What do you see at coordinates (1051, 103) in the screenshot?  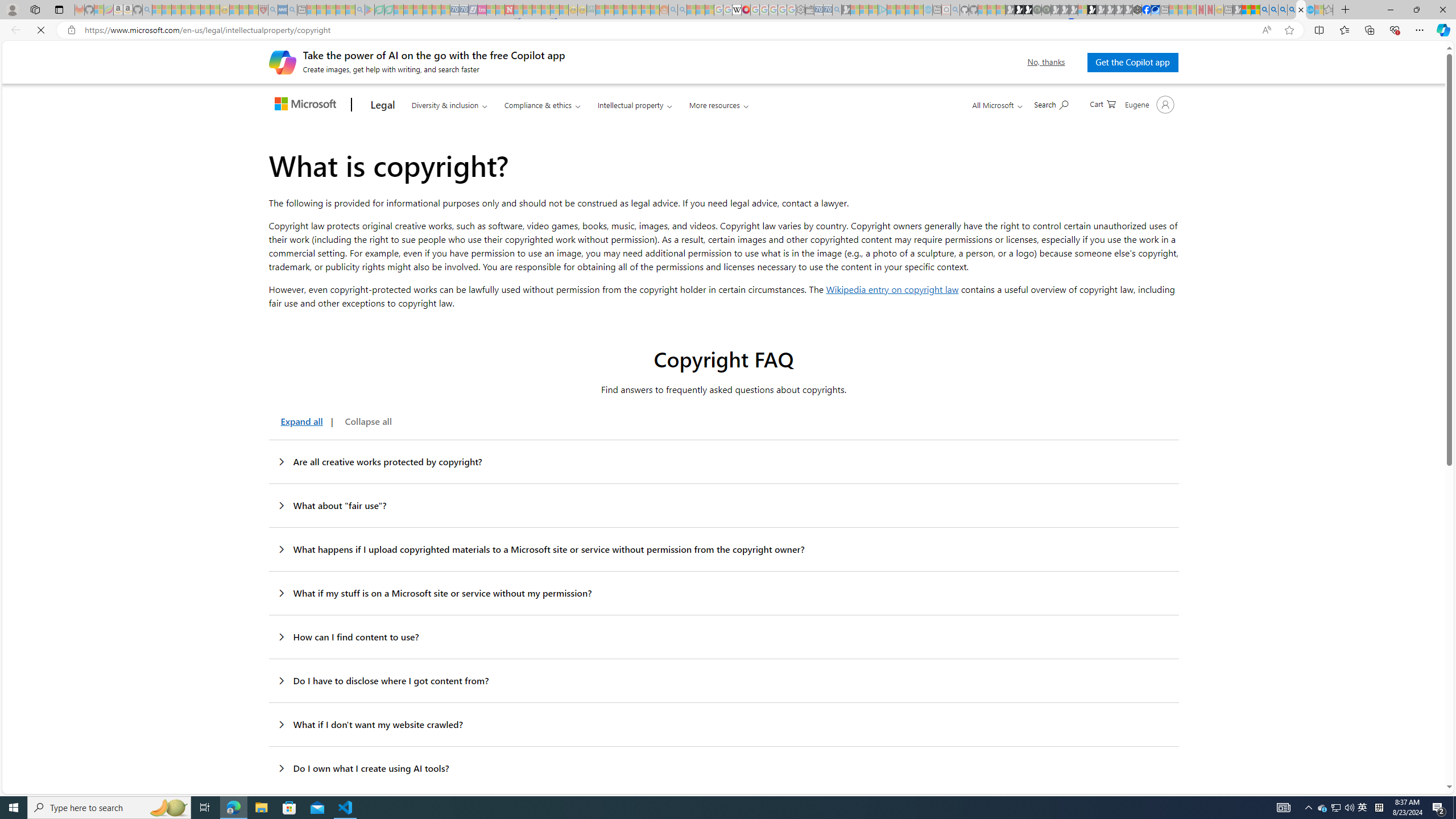 I see `'Search Microsoft Legal Resources'` at bounding box center [1051, 103].